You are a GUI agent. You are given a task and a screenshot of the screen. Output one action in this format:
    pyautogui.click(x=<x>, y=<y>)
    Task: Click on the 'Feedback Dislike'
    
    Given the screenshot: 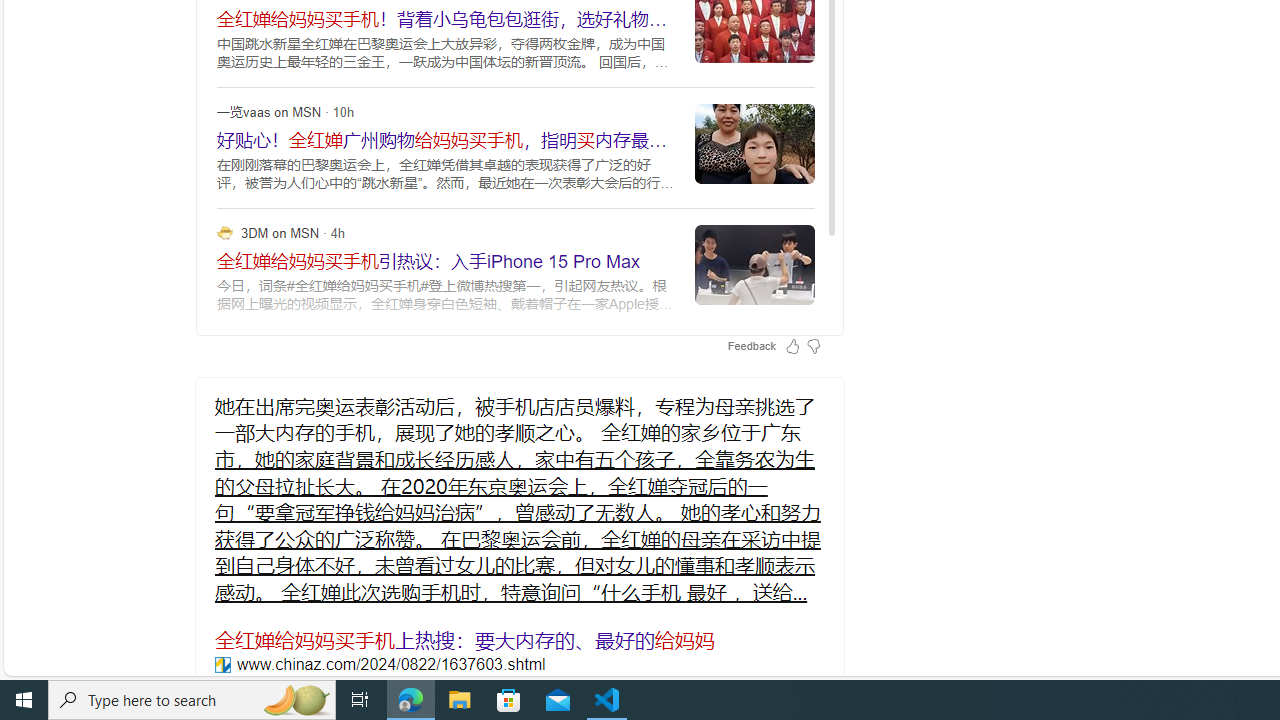 What is the action you would take?
    pyautogui.click(x=813, y=344)
    